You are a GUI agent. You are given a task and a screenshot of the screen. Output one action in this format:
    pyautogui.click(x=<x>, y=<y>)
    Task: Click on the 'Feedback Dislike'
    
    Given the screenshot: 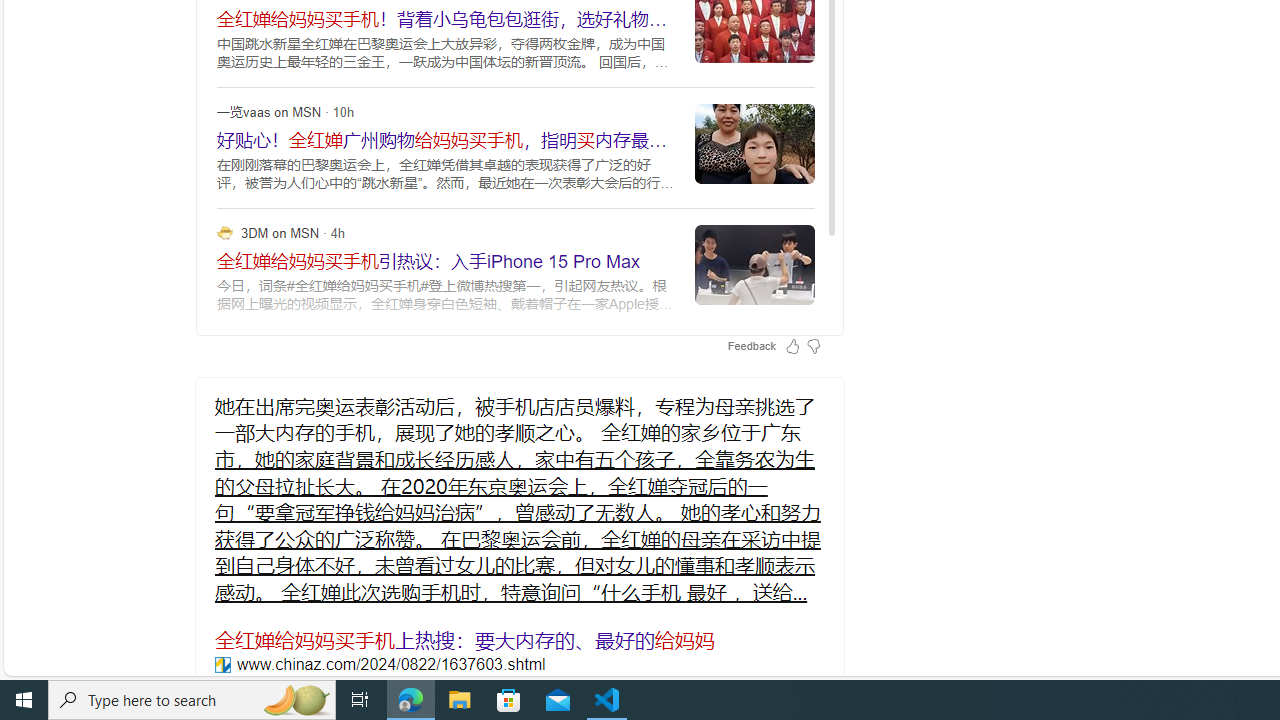 What is the action you would take?
    pyautogui.click(x=813, y=344)
    